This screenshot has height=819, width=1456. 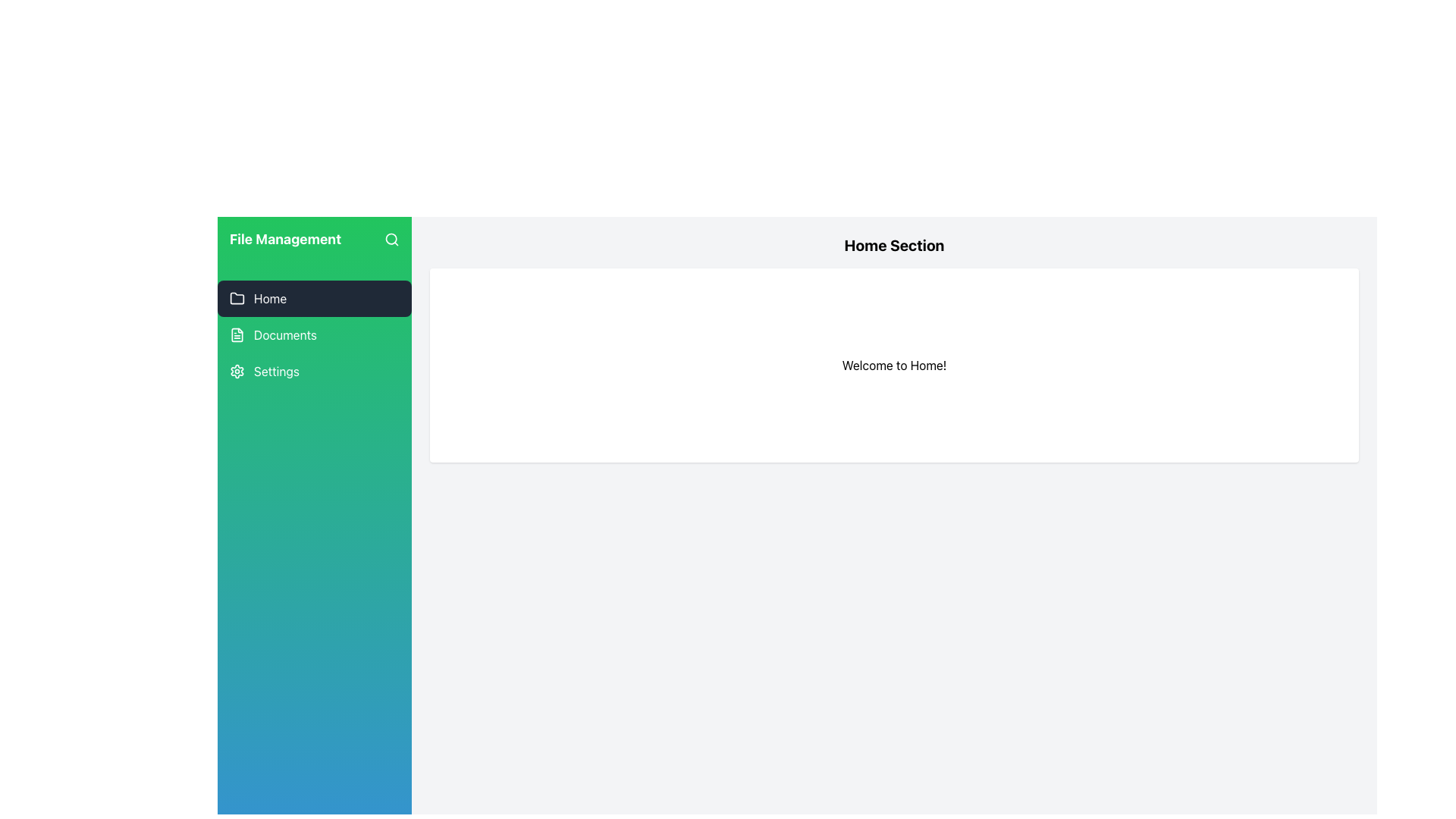 I want to click on the 'Documents' navigation link located in the sidebar menu, so click(x=313, y=334).